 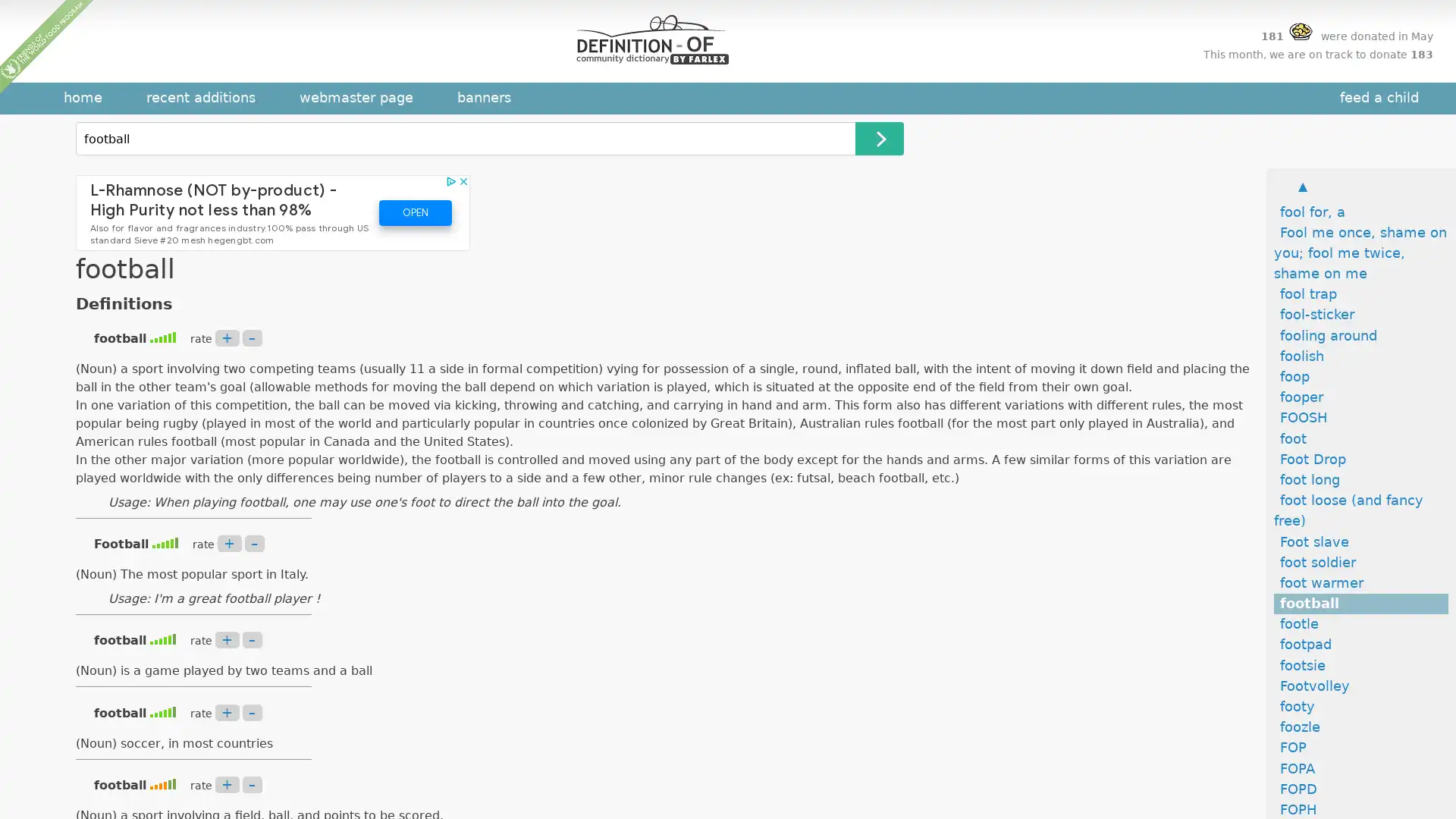 What do you see at coordinates (880, 138) in the screenshot?
I see `Search` at bounding box center [880, 138].